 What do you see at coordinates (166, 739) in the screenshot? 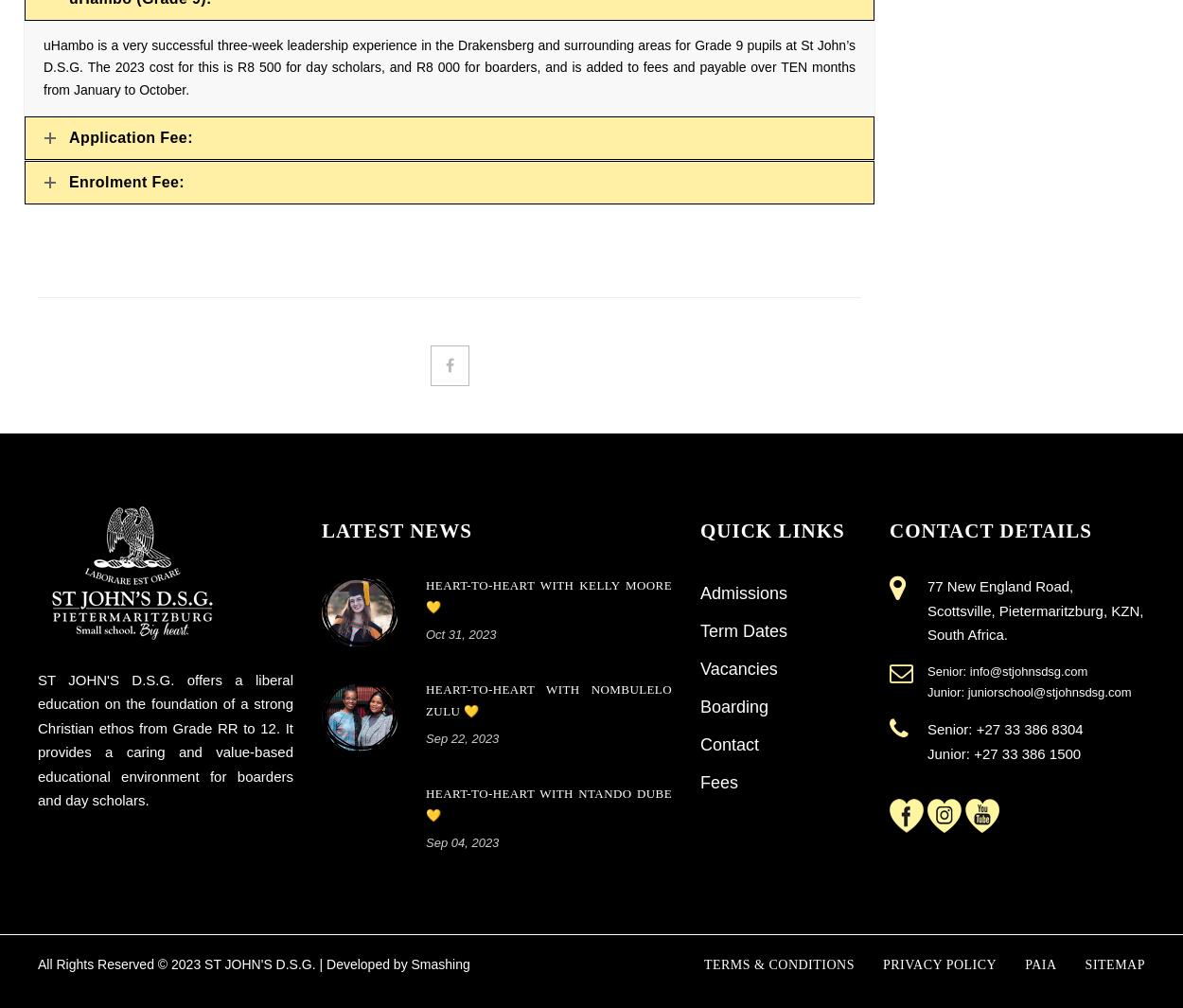
I see `'ST JOHN'S D.S.G. offers a liberal education on the foundation of a strong Christian ethos from Grade RR to 12. It provides a caring and value-based educational environment for boarders and day scholars.'` at bounding box center [166, 739].